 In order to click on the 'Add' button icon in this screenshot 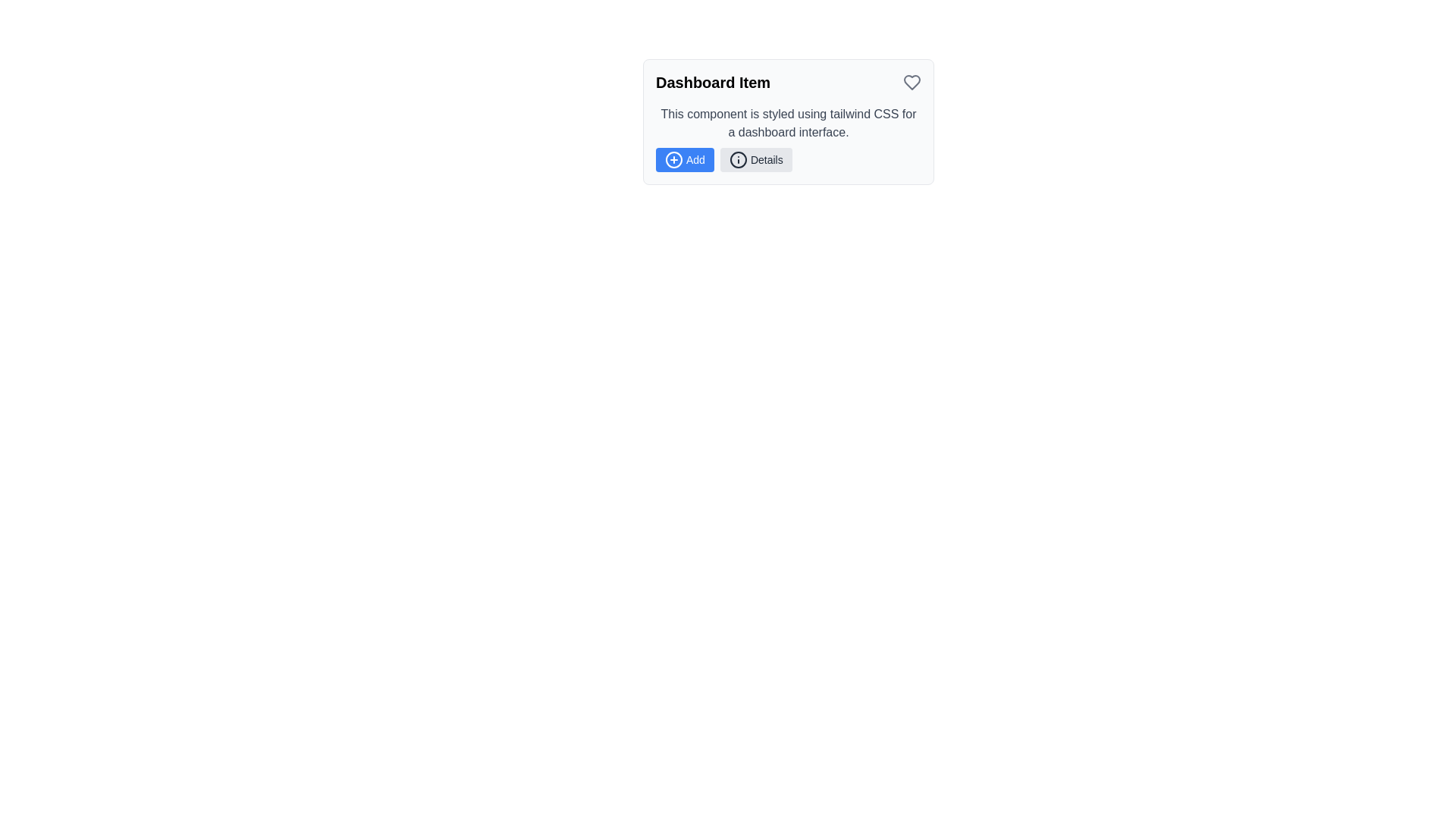, I will do `click(673, 160)`.